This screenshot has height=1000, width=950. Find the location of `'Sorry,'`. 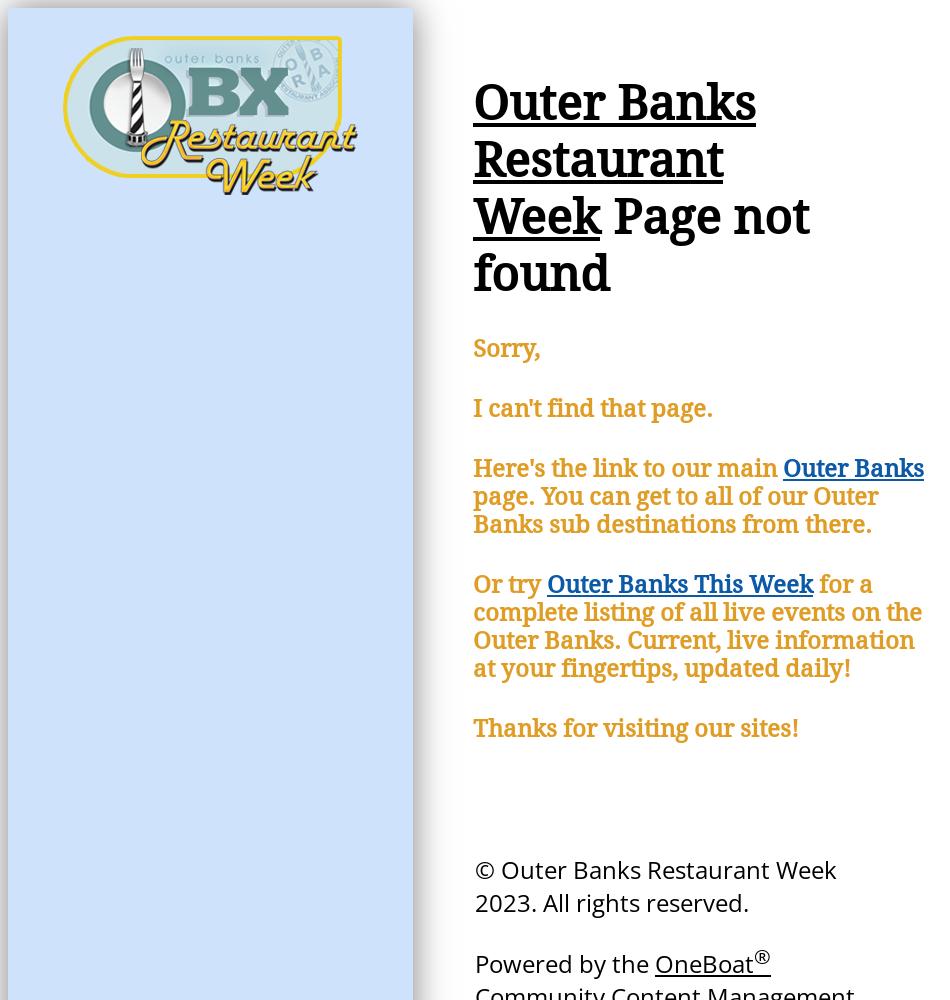

'Sorry,' is located at coordinates (472, 348).